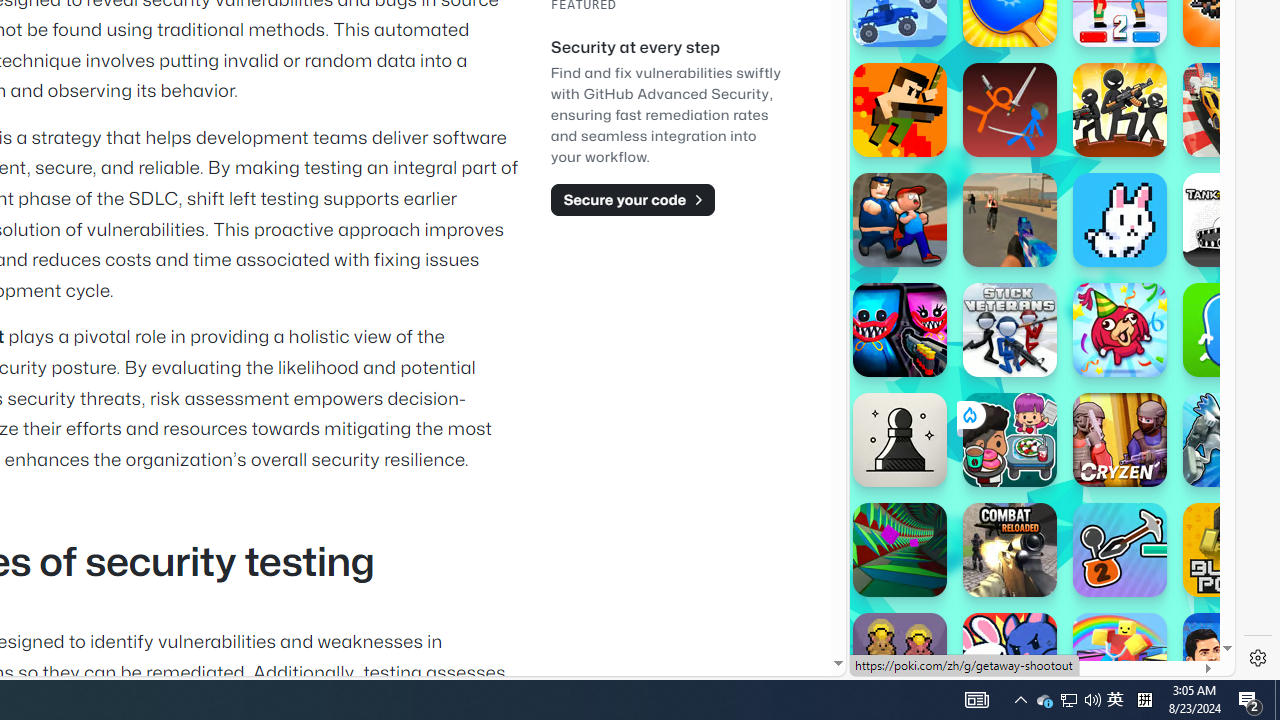 Image resolution: width=1280 pixels, height=720 pixels. Describe the element at coordinates (1120, 659) in the screenshot. I see `'Rainbow Obby'` at that location.